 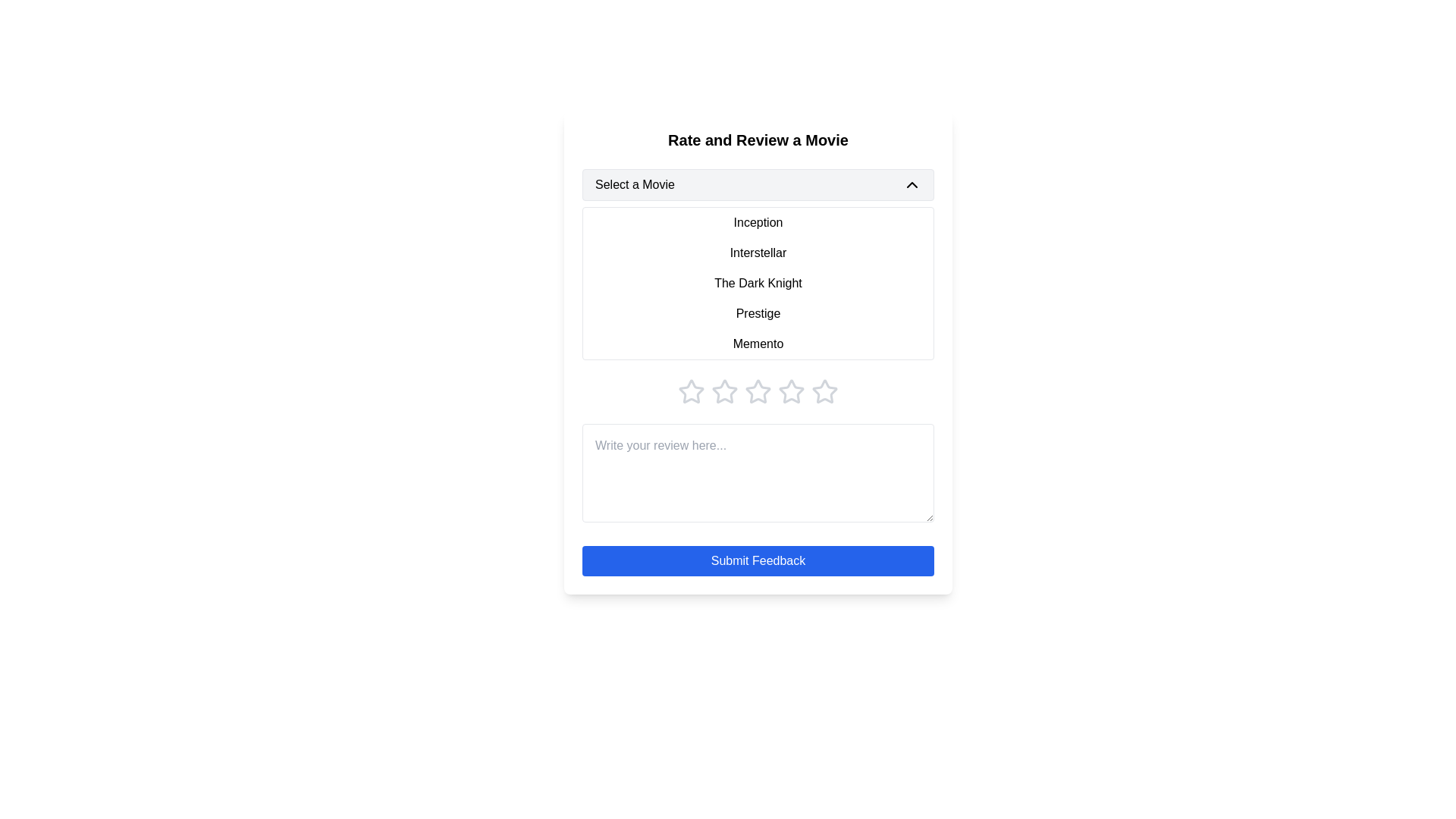 I want to click on the text item displaying 'The Dark Knight' in the list view, which is the third item below 'Interstellar' and above 'Prestige', so click(x=758, y=284).